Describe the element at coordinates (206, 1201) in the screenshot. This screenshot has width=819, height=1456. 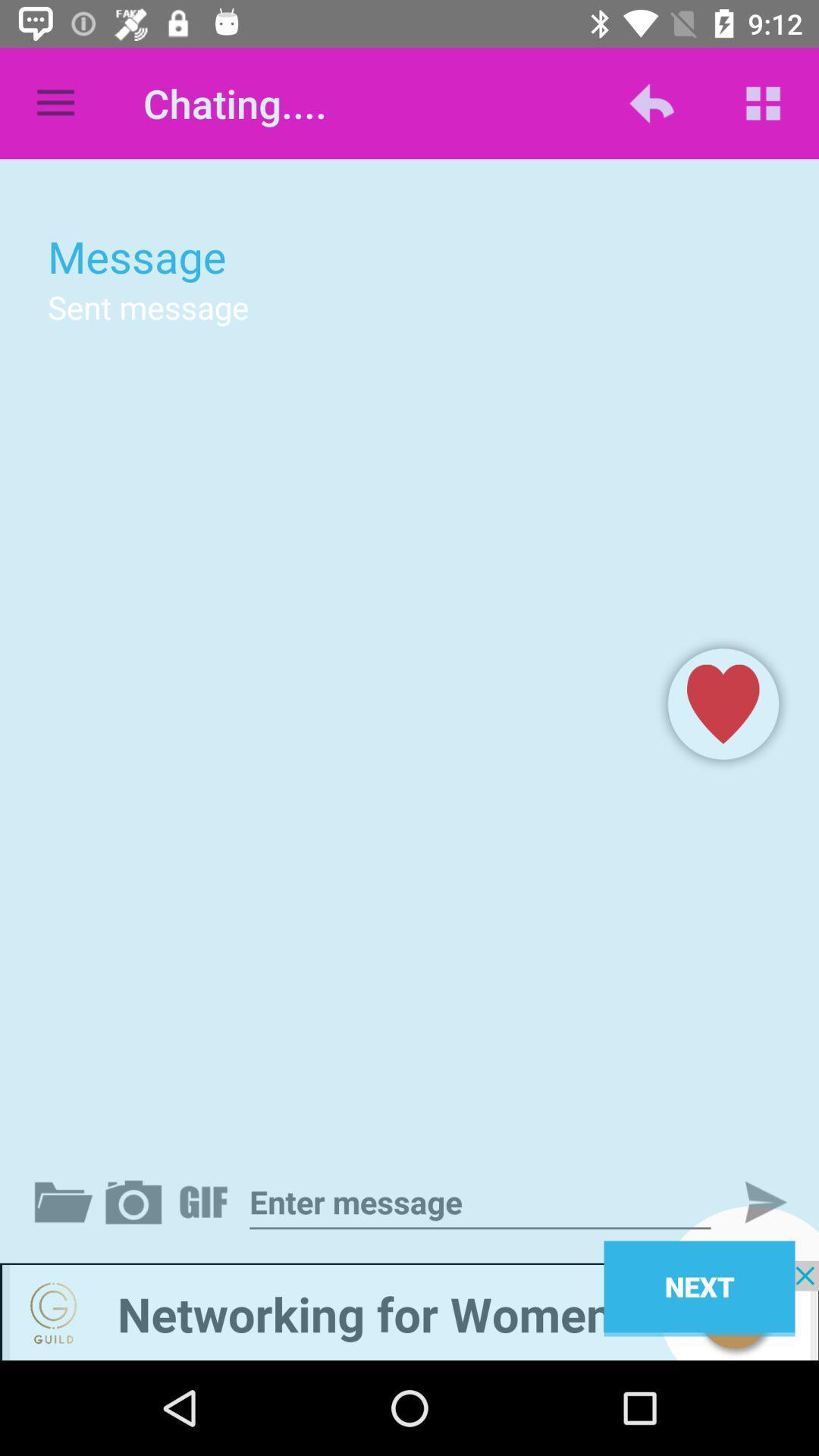
I see `gif button` at that location.